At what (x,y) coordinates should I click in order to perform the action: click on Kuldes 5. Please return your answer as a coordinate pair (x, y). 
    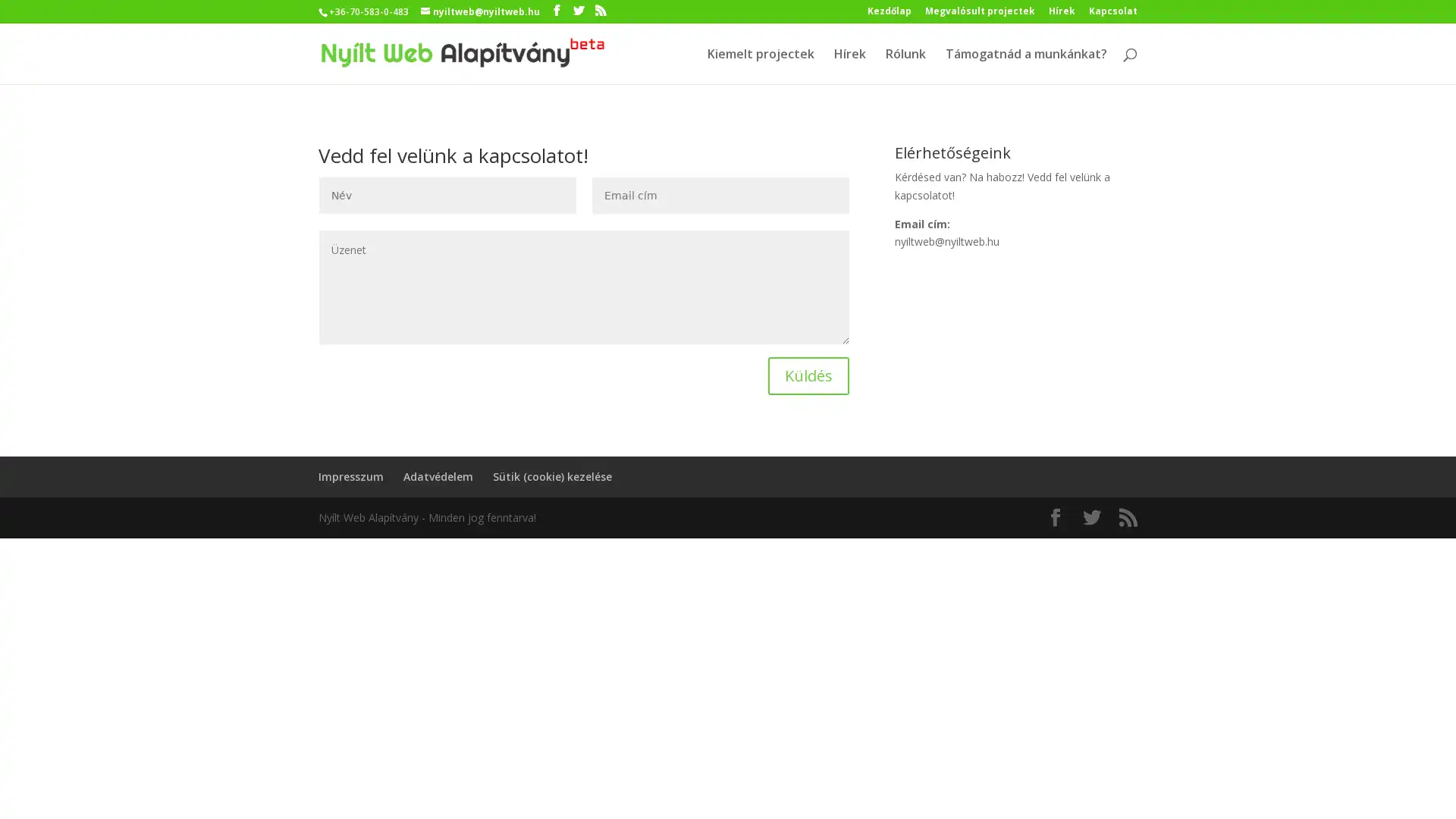
    Looking at the image, I should click on (808, 375).